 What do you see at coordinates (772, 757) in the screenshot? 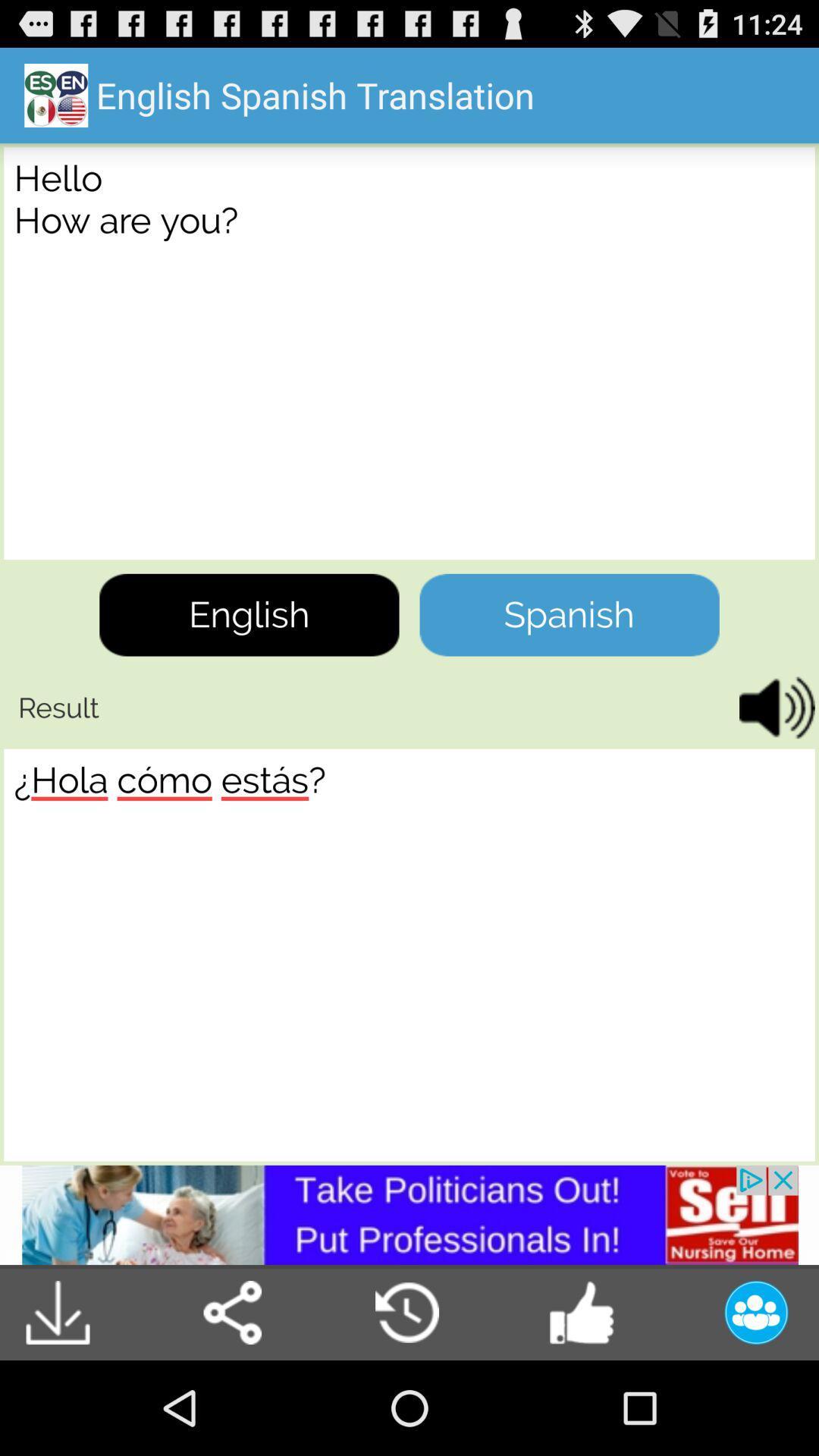
I see `the volume icon` at bounding box center [772, 757].